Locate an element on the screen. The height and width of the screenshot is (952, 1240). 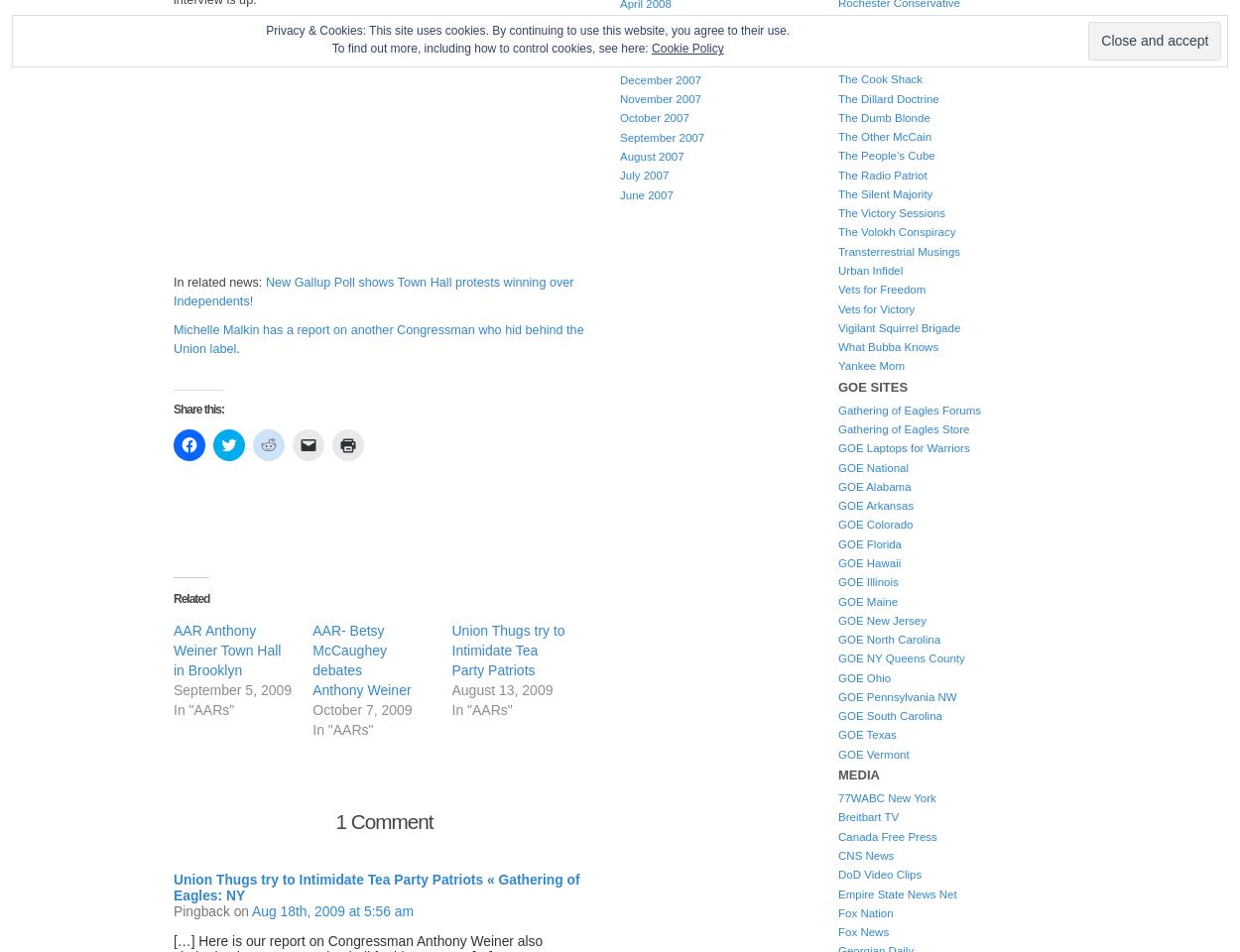
'Related' is located at coordinates (190, 596).